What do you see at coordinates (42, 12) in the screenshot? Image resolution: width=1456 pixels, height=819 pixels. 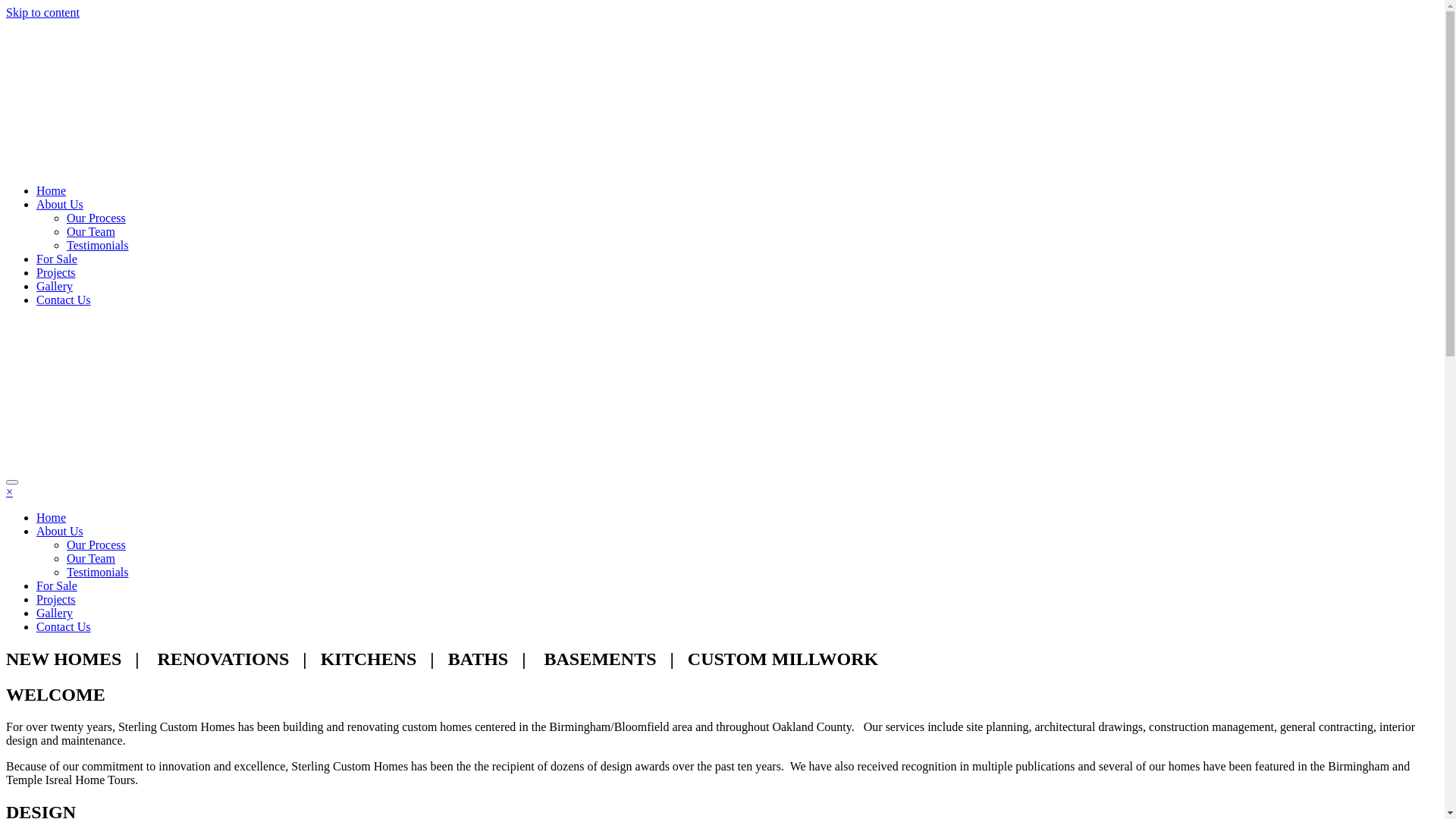 I see `'Skip to content'` at bounding box center [42, 12].